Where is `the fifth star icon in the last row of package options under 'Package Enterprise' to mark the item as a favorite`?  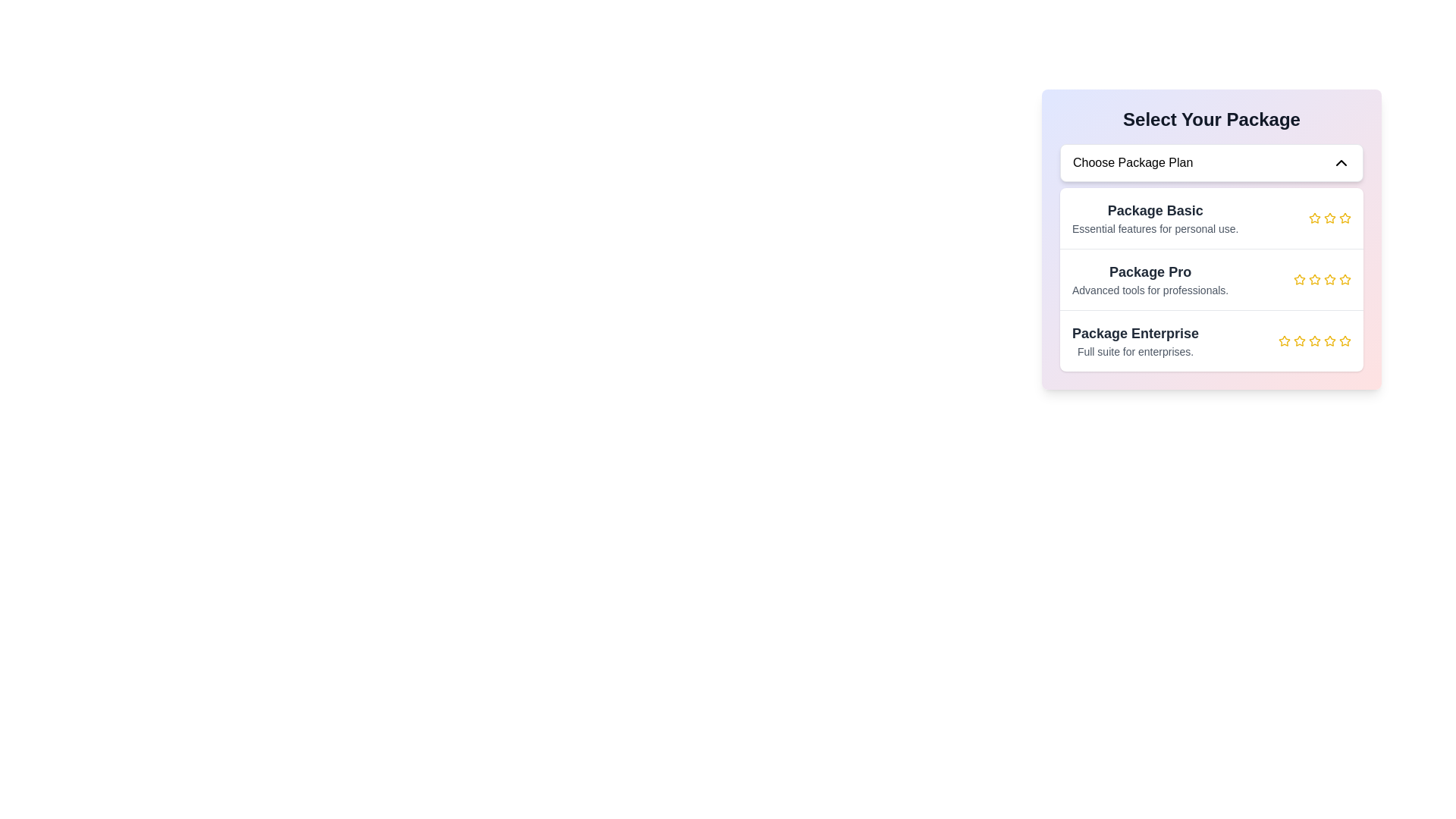 the fifth star icon in the last row of package options under 'Package Enterprise' to mark the item as a favorite is located at coordinates (1344, 339).